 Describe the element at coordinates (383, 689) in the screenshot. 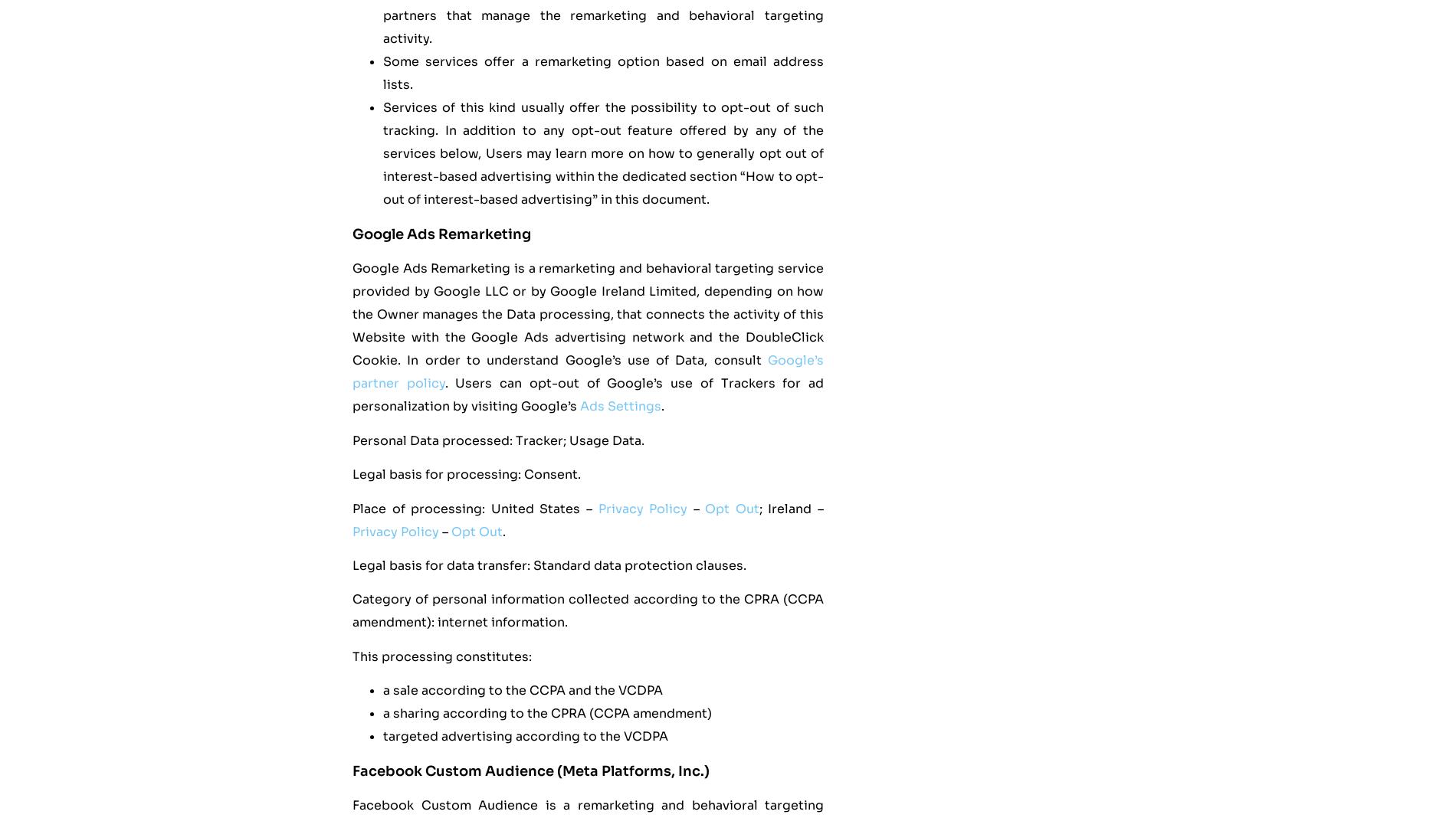

I see `'a sale according to the CCPA and the VCDPA'` at that location.